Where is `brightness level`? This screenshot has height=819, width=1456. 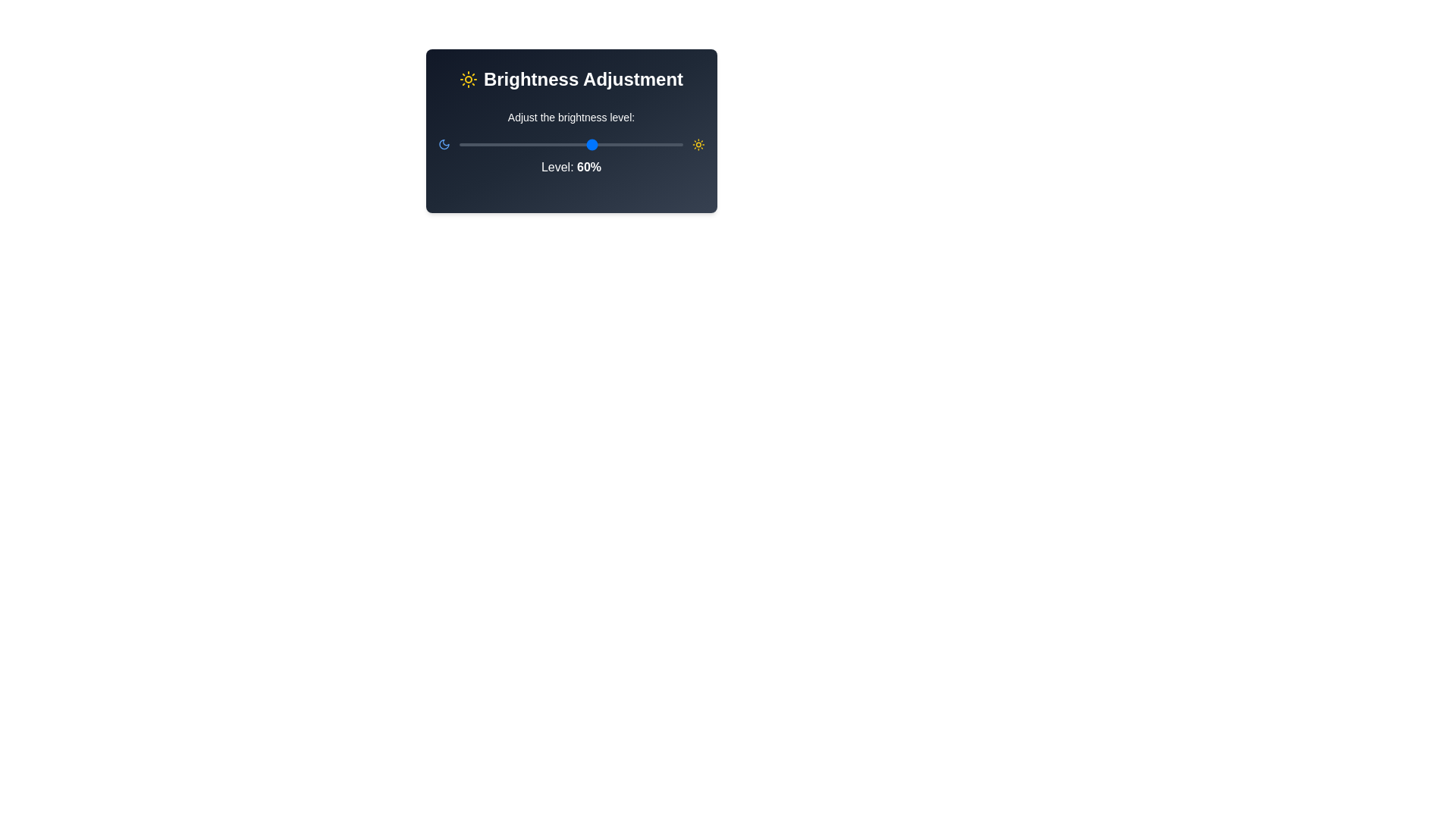 brightness level is located at coordinates (591, 145).